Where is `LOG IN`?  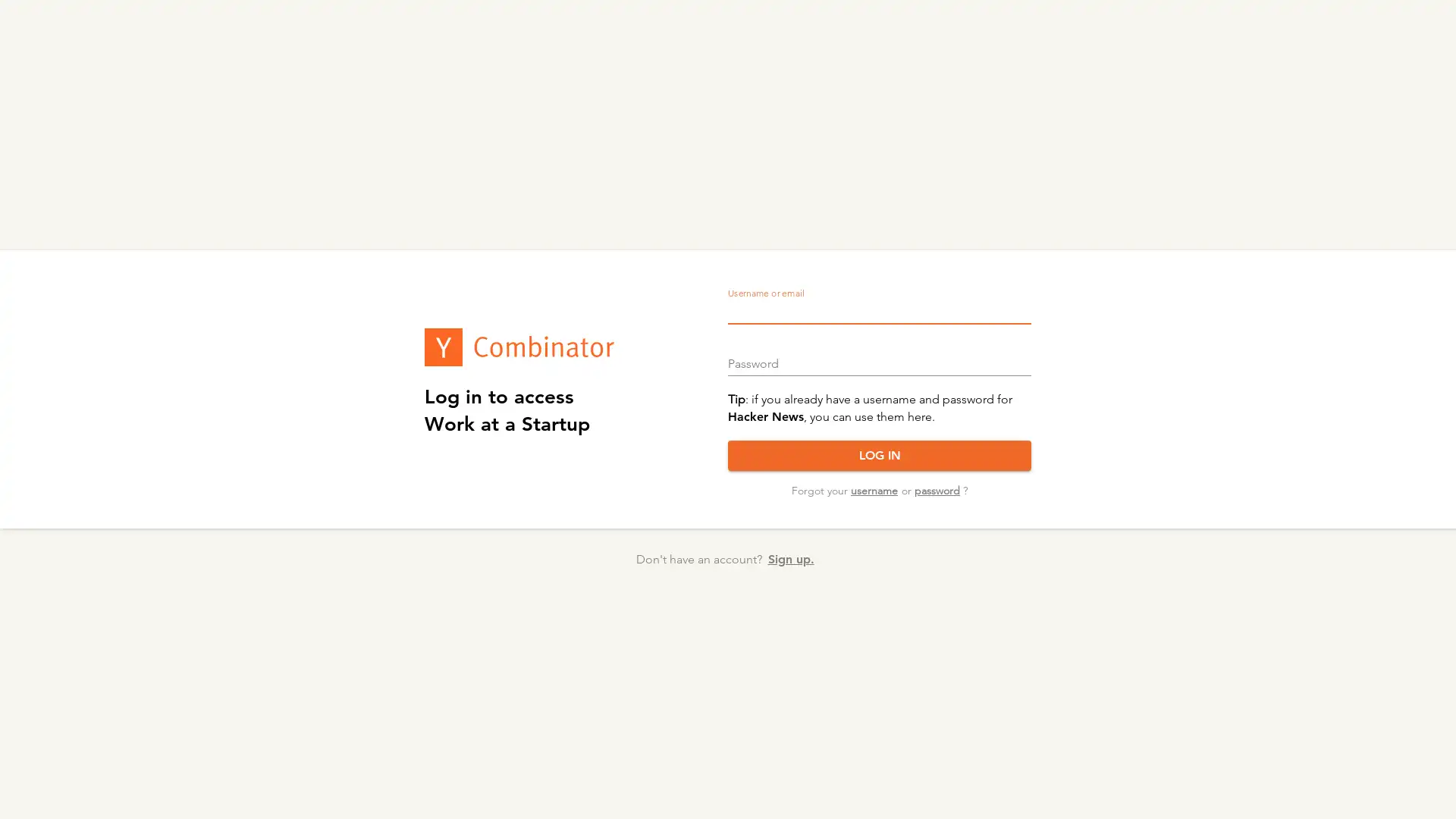 LOG IN is located at coordinates (880, 455).